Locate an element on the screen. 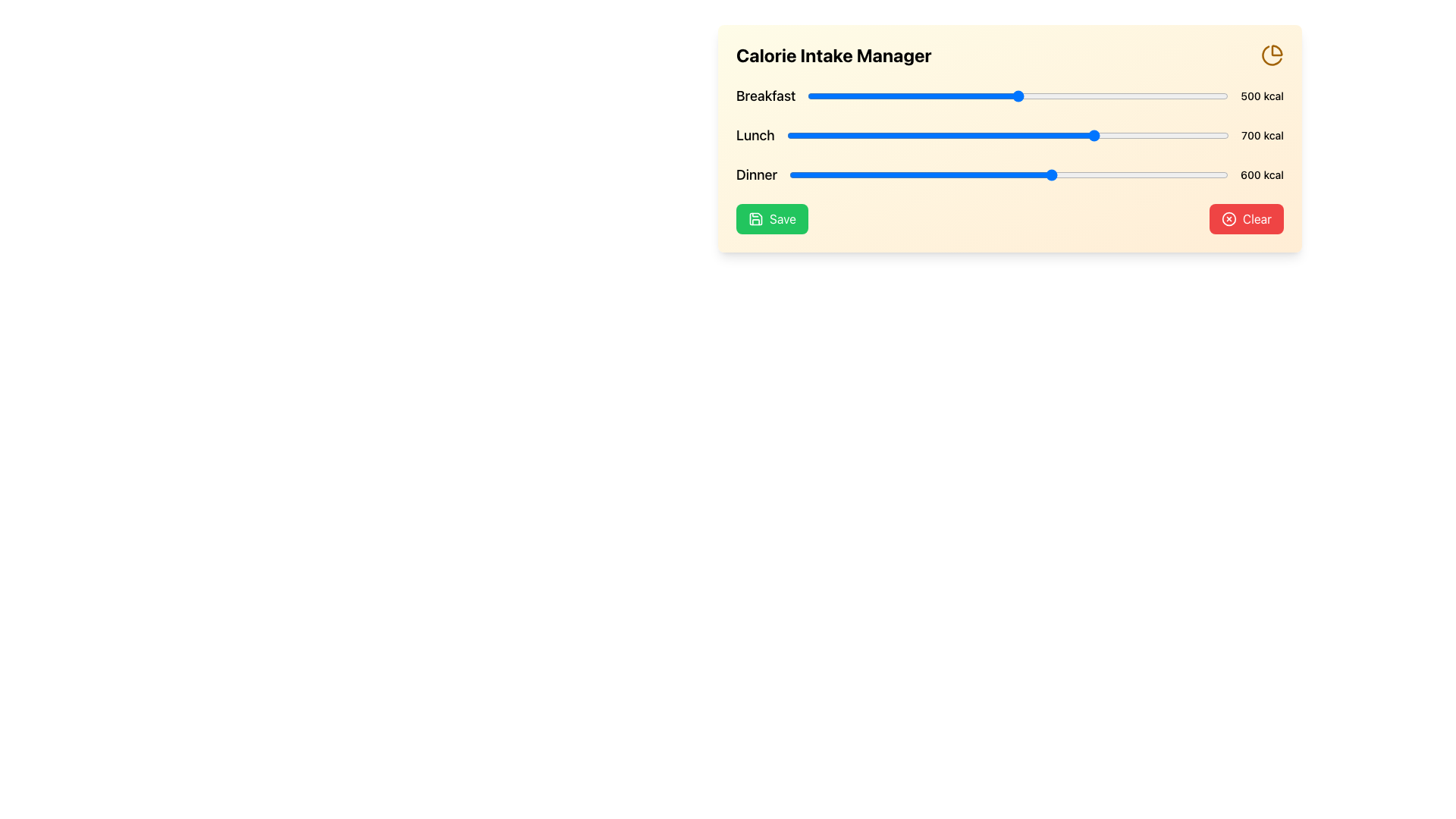 This screenshot has height=819, width=1456. the circular icon with an 'X' on a red background, located to the left of the 'Clear' button text in the red rectangular area labeled 'Clear' is located at coordinates (1229, 219).